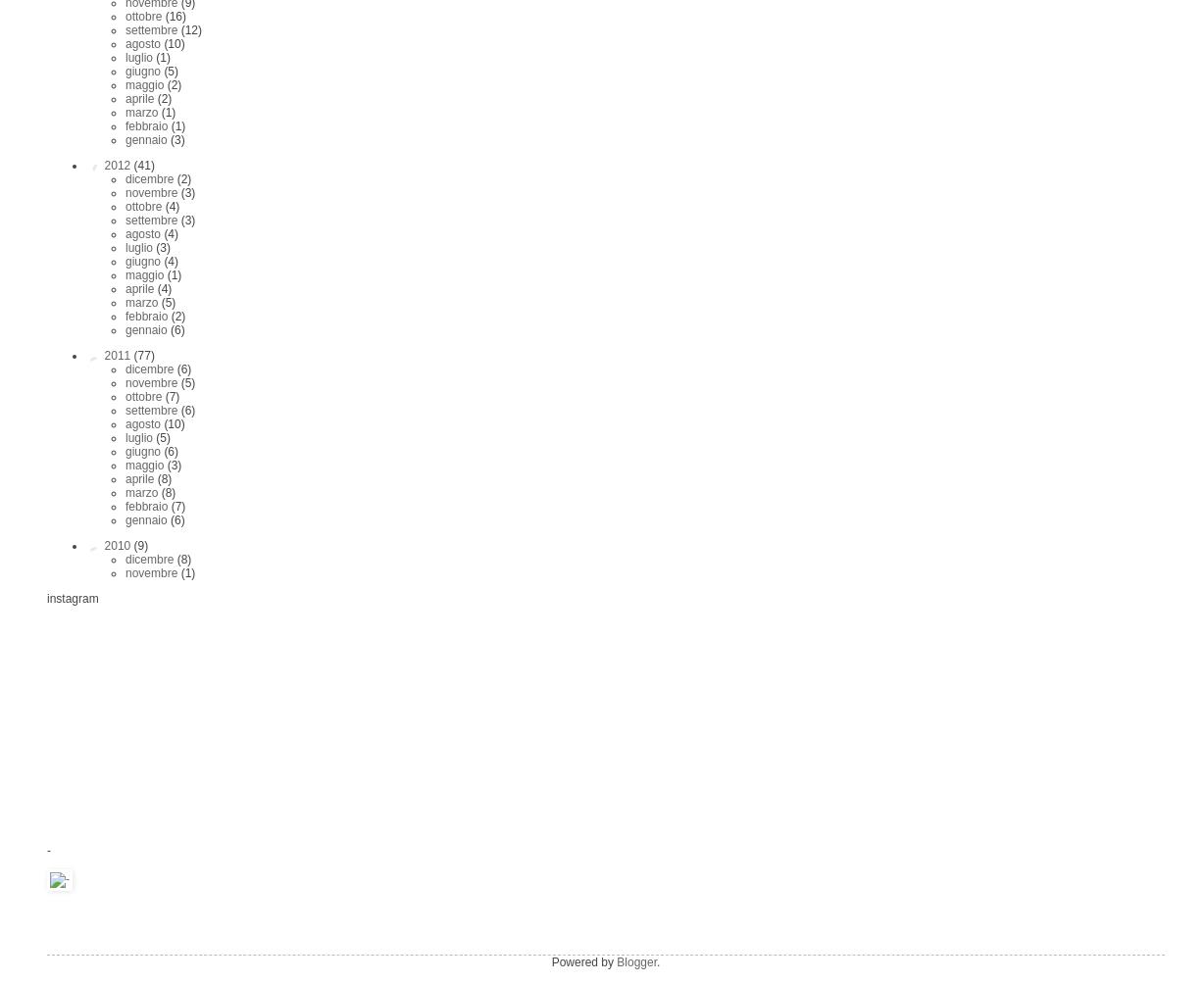  I want to click on '(9)', so click(140, 543).